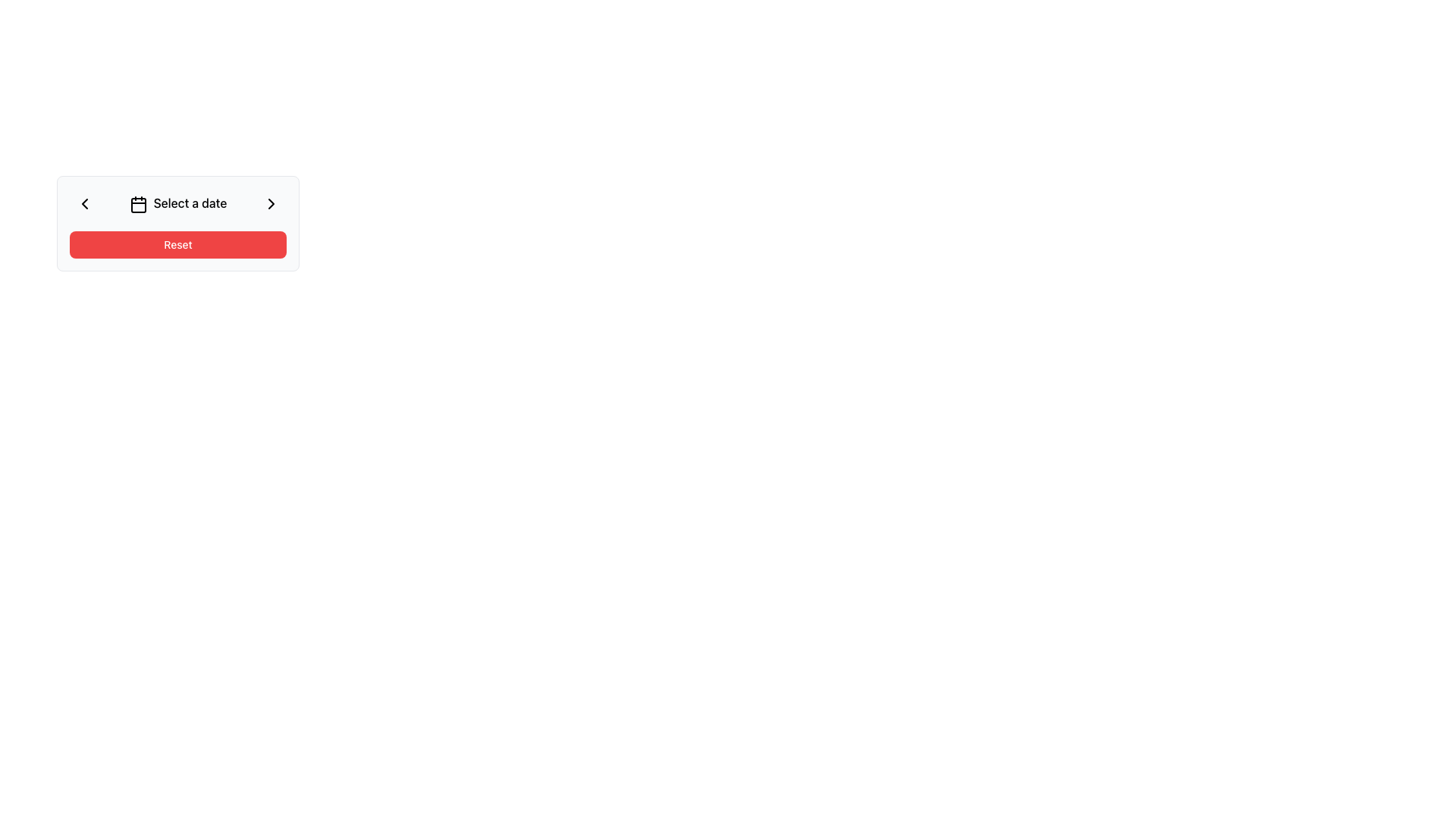  Describe the element at coordinates (83, 203) in the screenshot. I see `the leftmost navigation icon in the date-picker component` at that location.